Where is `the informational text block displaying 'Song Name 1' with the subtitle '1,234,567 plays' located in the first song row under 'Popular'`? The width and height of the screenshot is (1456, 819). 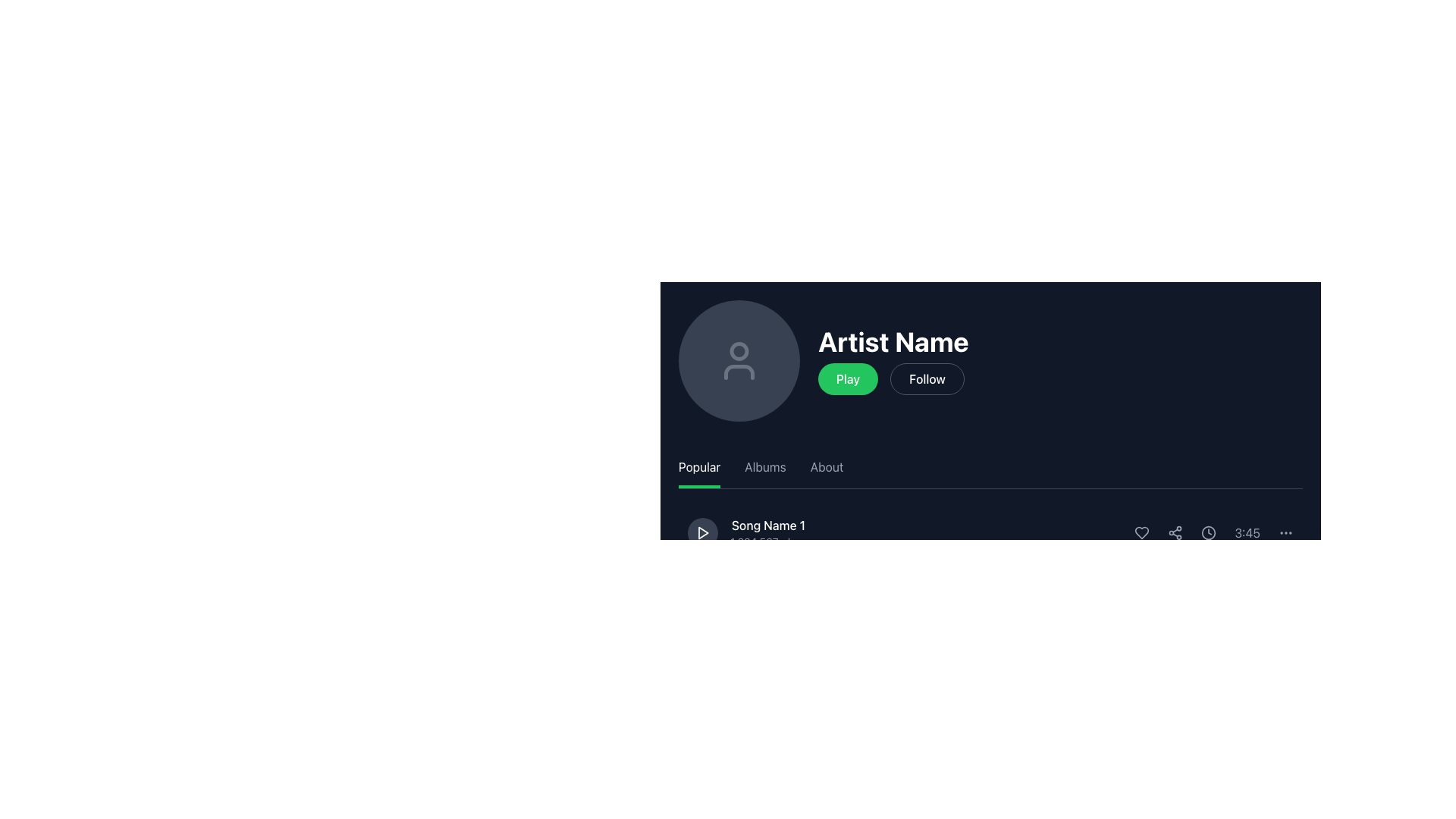 the informational text block displaying 'Song Name 1' with the subtitle '1,234,567 plays' located in the first song row under 'Popular' is located at coordinates (747, 532).